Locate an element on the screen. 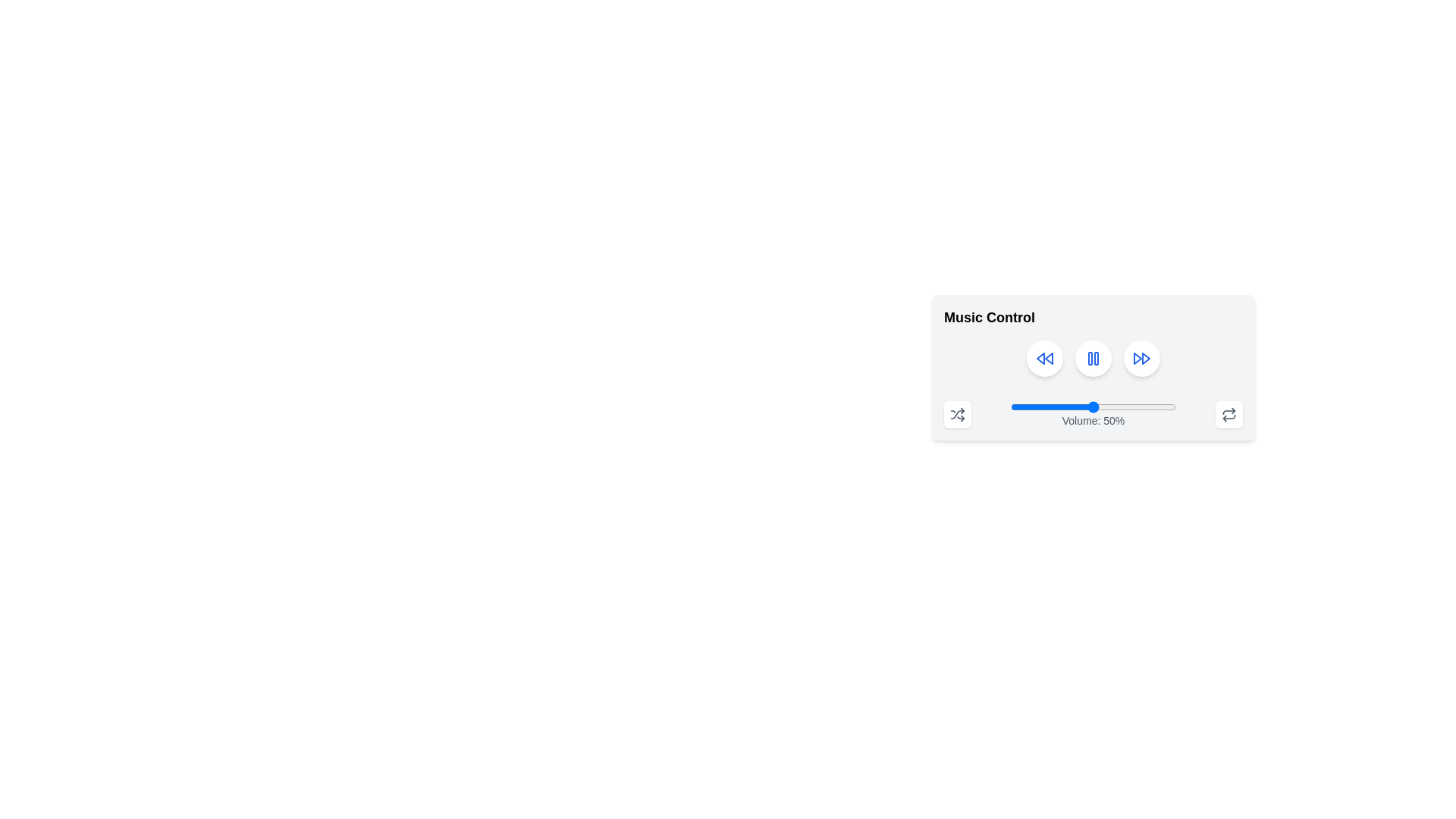 This screenshot has height=819, width=1456. the blue pause icon button, which consists of two vertical bars, located centrally in the music control interface is located at coordinates (1093, 359).